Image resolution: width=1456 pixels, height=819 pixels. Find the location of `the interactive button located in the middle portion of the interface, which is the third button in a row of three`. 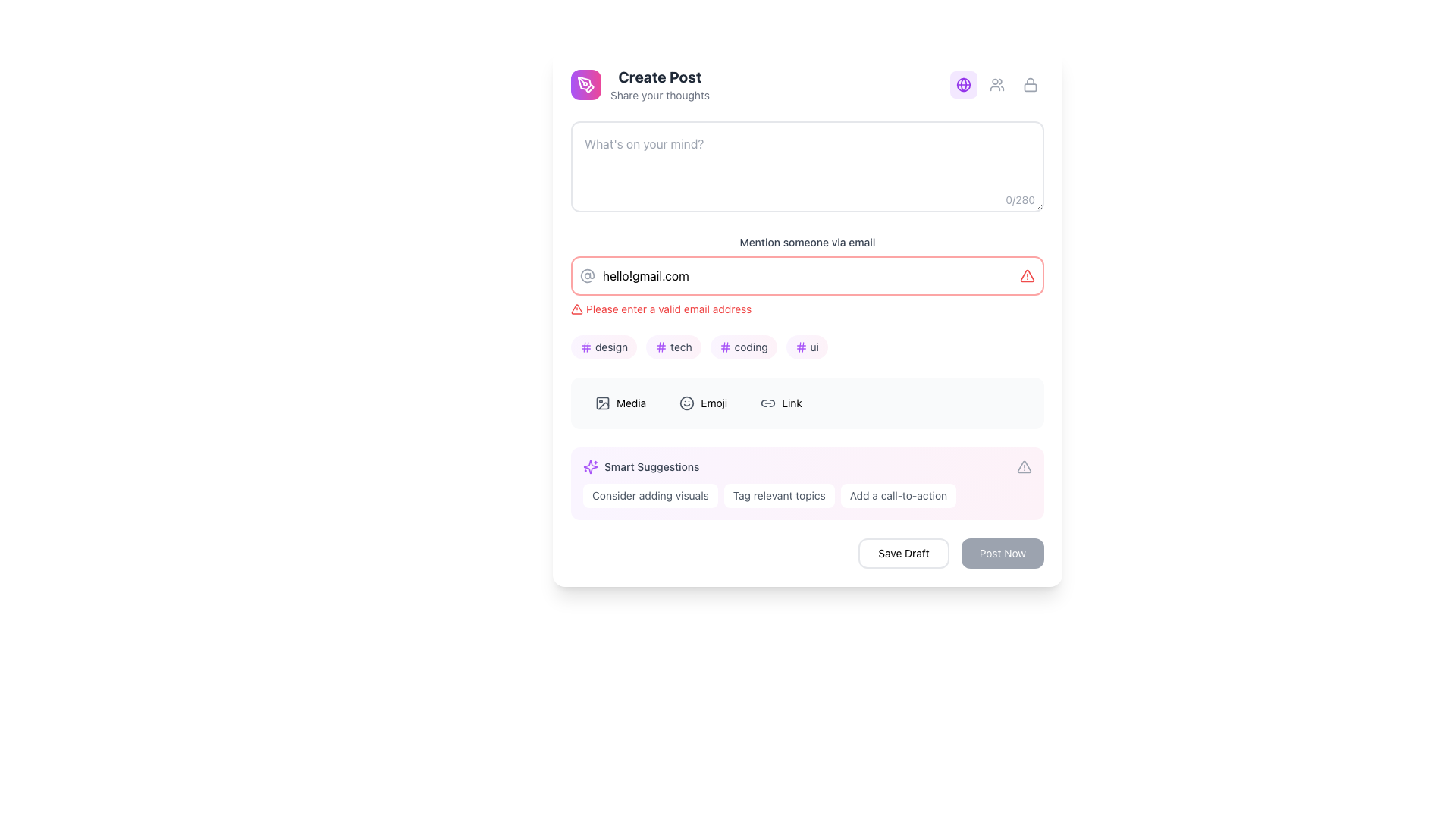

the interactive button located in the middle portion of the interface, which is the third button in a row of three is located at coordinates (781, 403).